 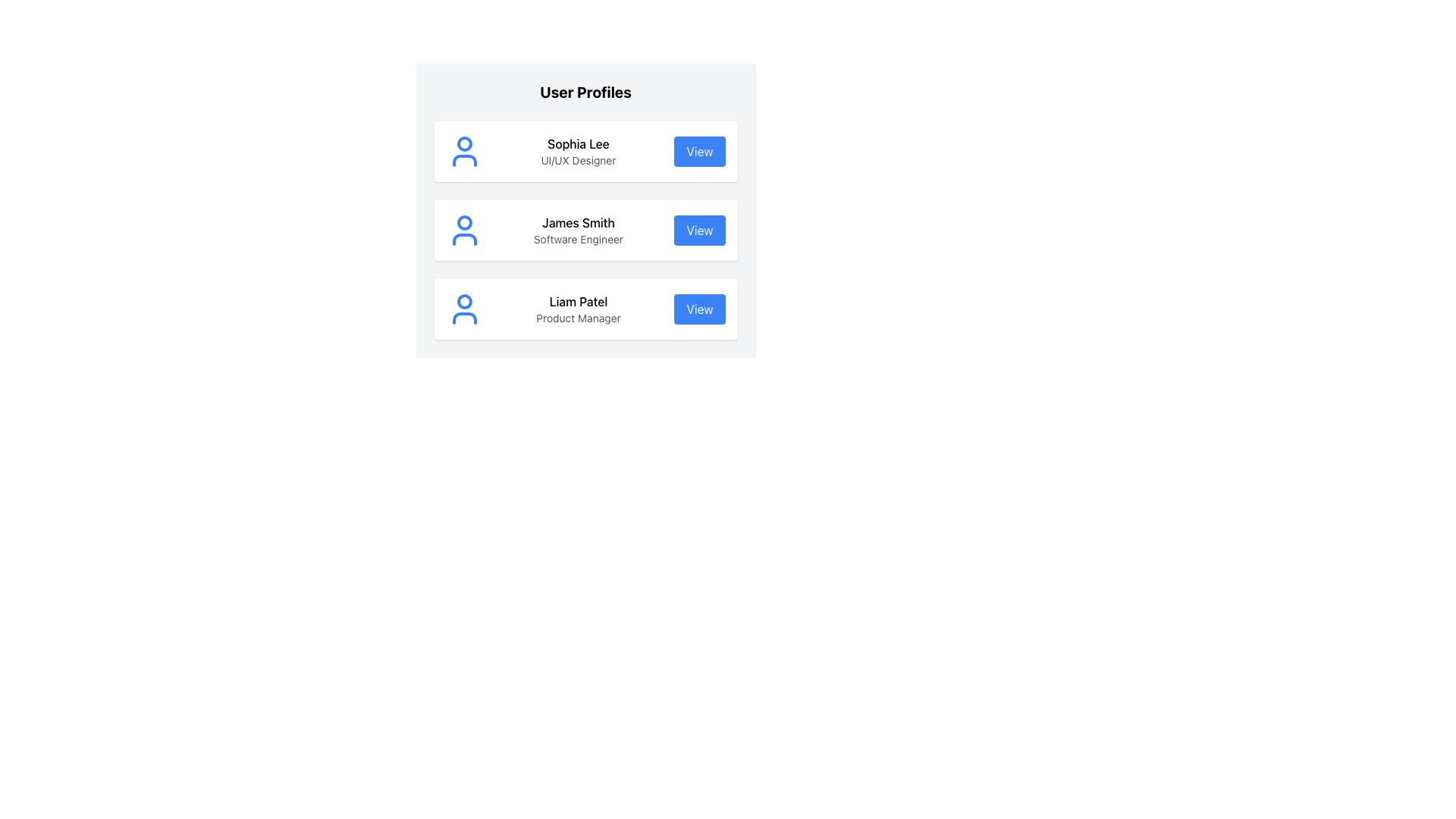 What do you see at coordinates (463, 318) in the screenshot?
I see `the curved line forming a semi-circle at the lower portion of the user profile icon representing 'Liam Patel'` at bounding box center [463, 318].